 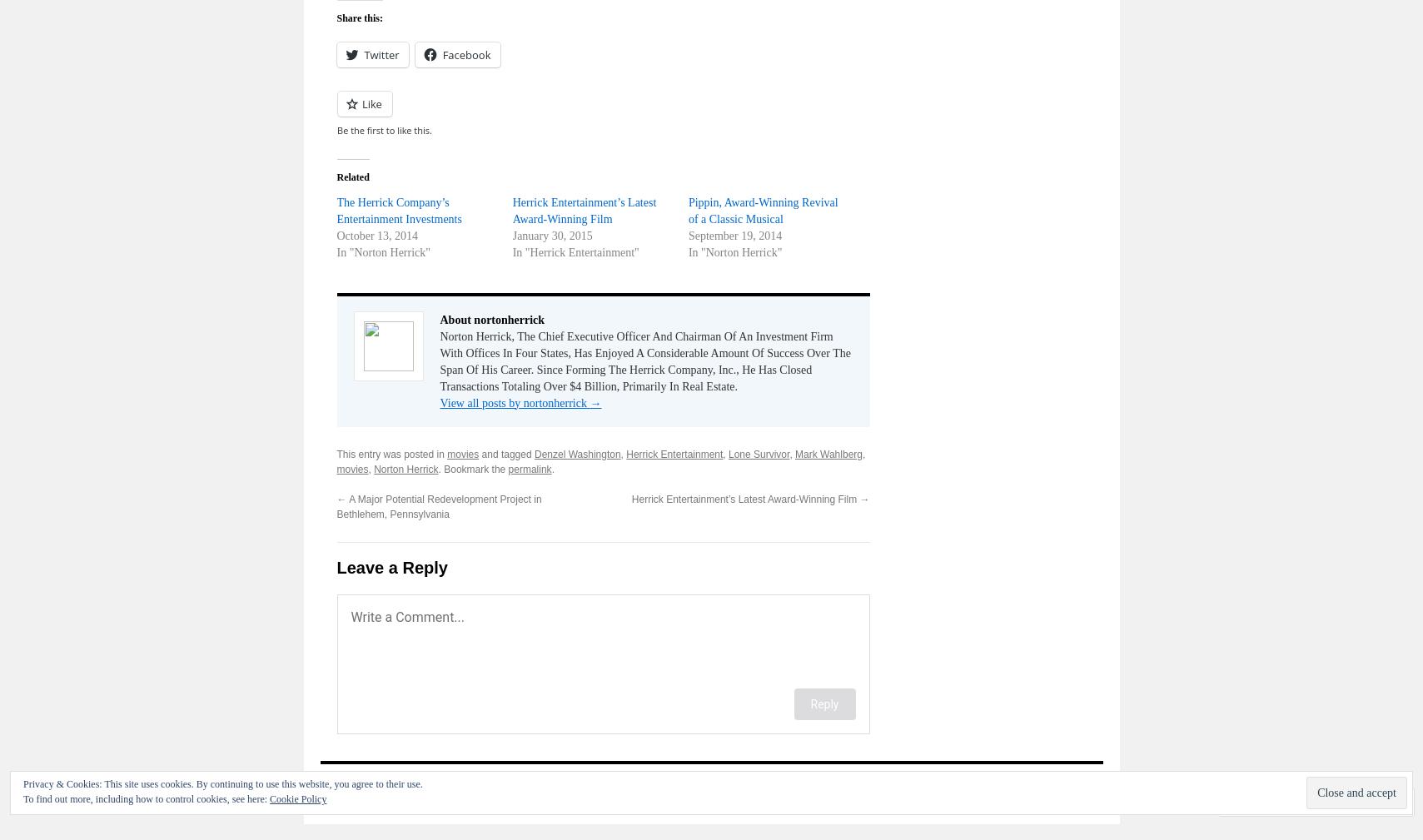 I want to click on 'Reply', so click(x=824, y=703).